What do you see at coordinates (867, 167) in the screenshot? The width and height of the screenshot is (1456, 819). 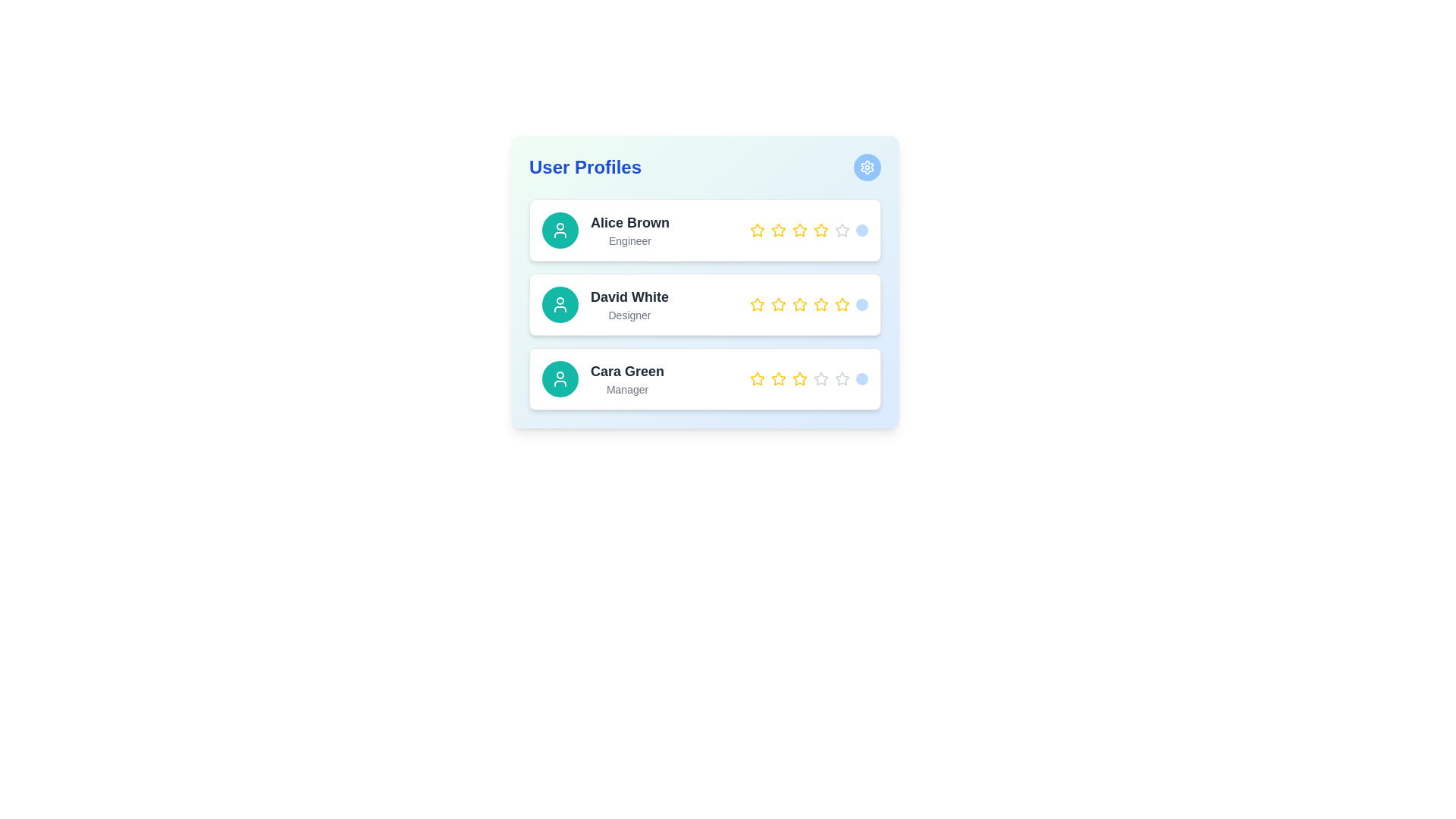 I see `the cogwheel icon, which is the settings icon located at the top-right corner of the 'User Profiles' card within a blue circular button` at bounding box center [867, 167].